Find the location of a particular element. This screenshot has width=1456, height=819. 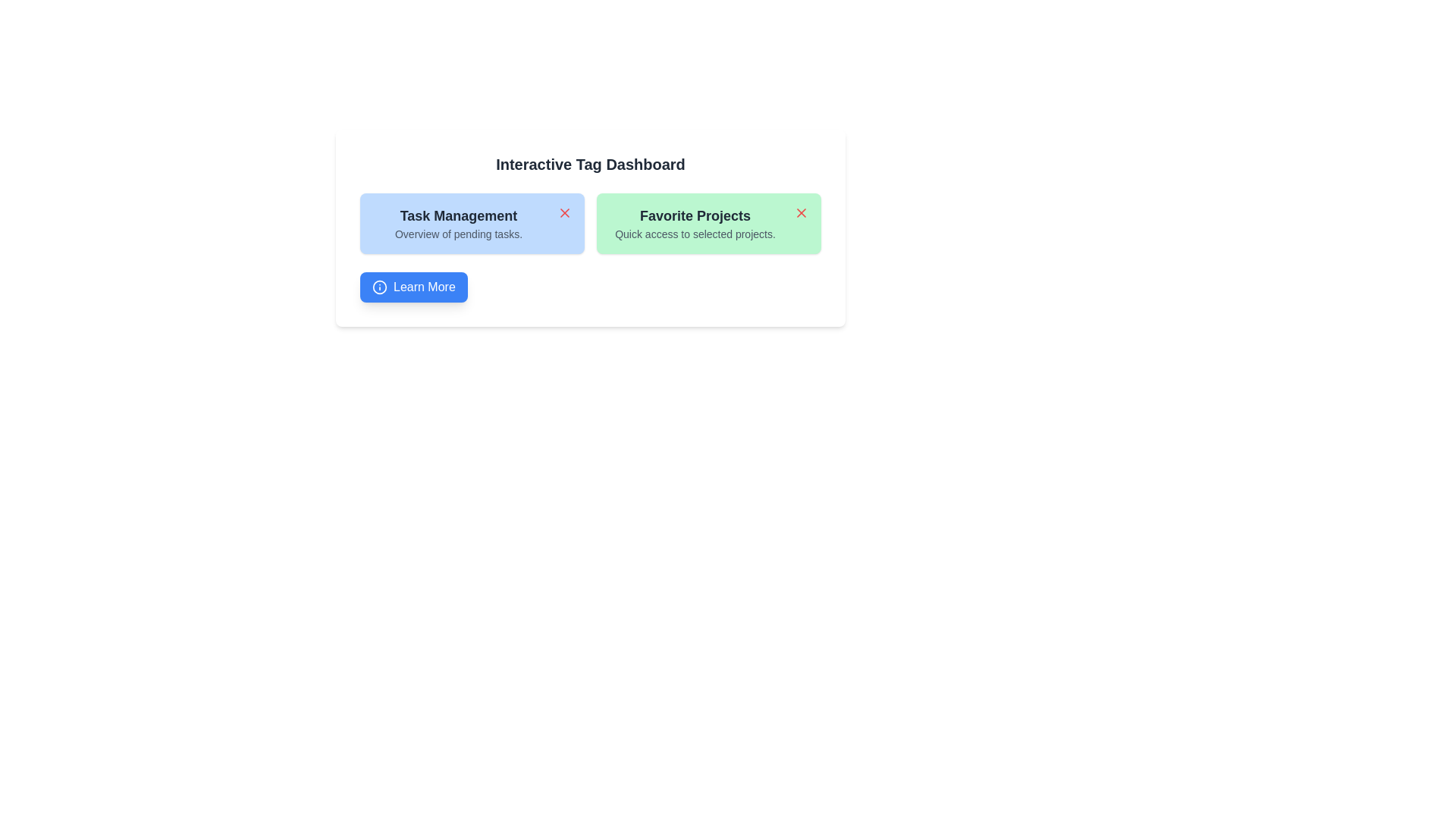

the 'Learn More' button with a blue background and white text located below the 'Task Management' section of the 'Interactive Tag Dashboard' is located at coordinates (413, 287).